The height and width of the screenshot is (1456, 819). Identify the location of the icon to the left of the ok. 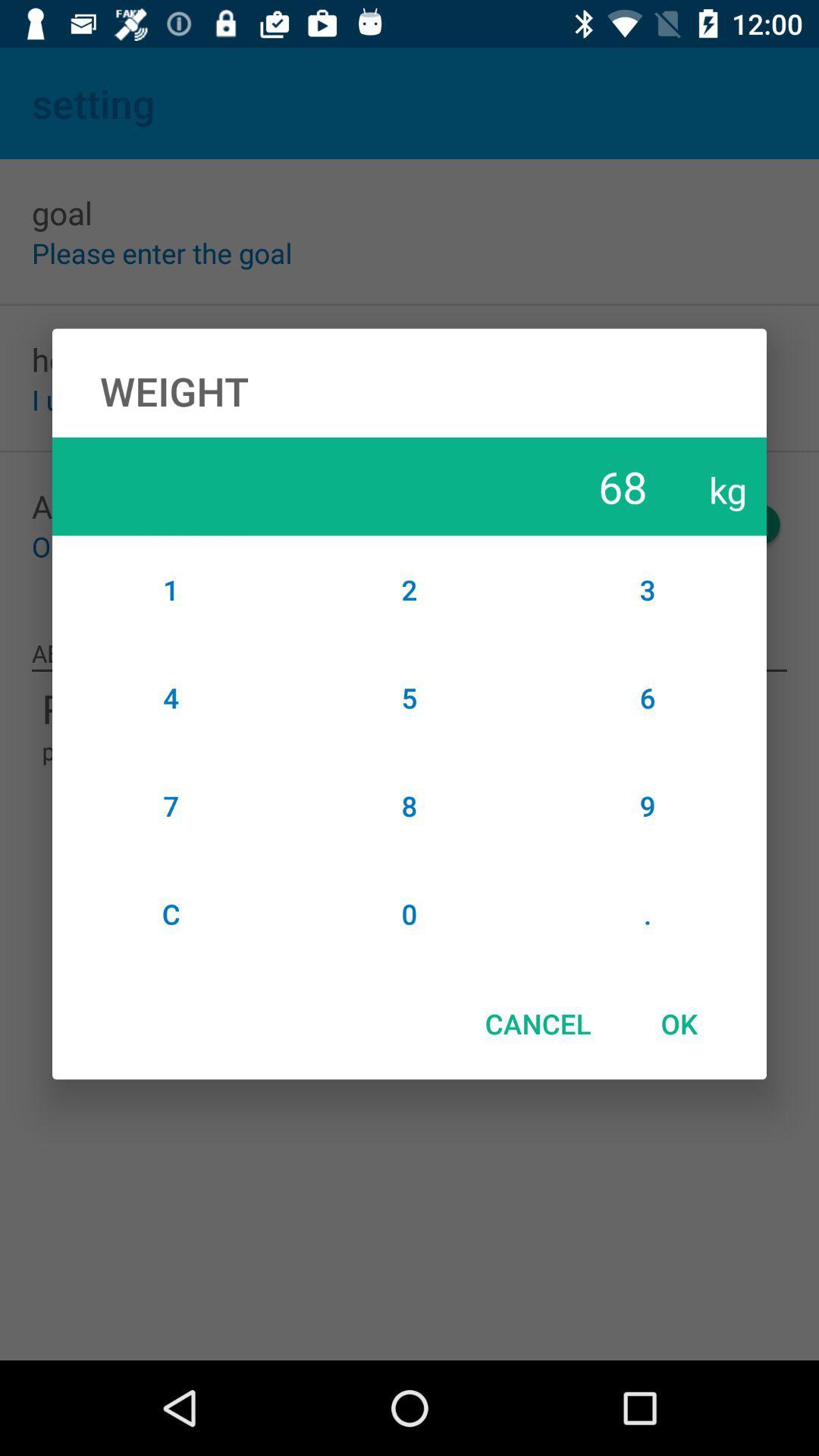
(537, 1023).